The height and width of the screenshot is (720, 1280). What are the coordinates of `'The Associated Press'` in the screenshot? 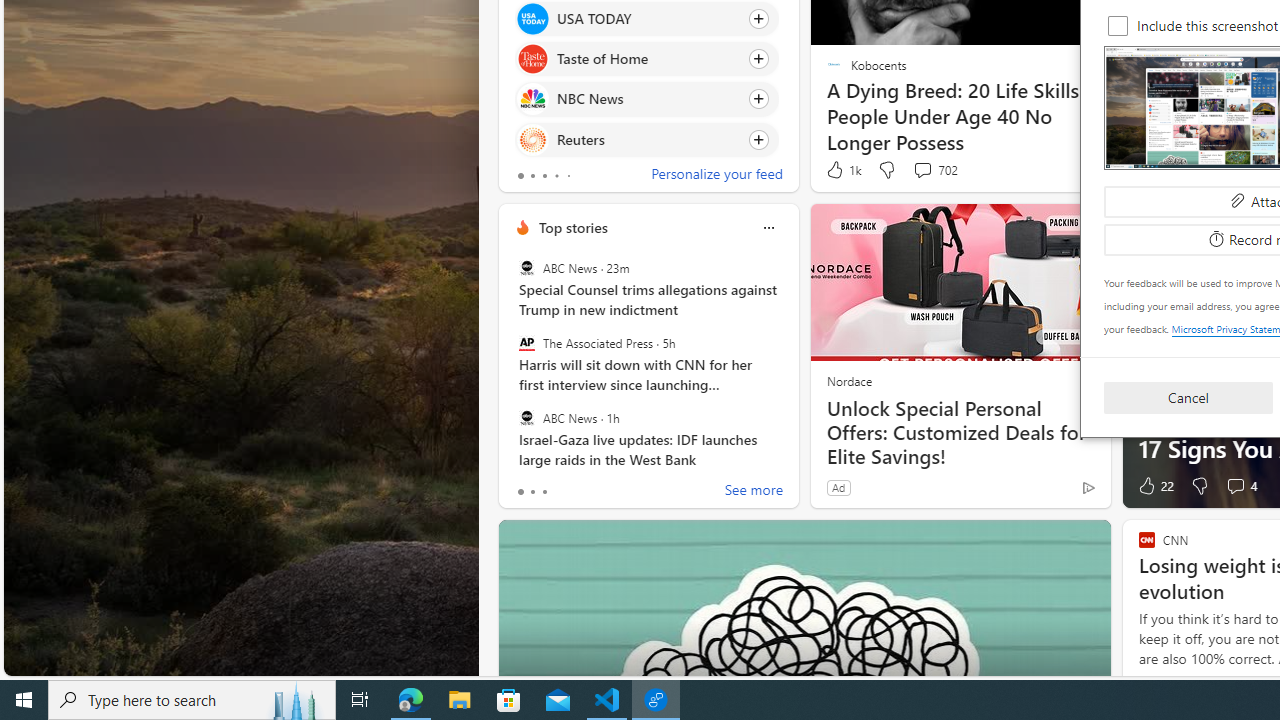 It's located at (526, 342).